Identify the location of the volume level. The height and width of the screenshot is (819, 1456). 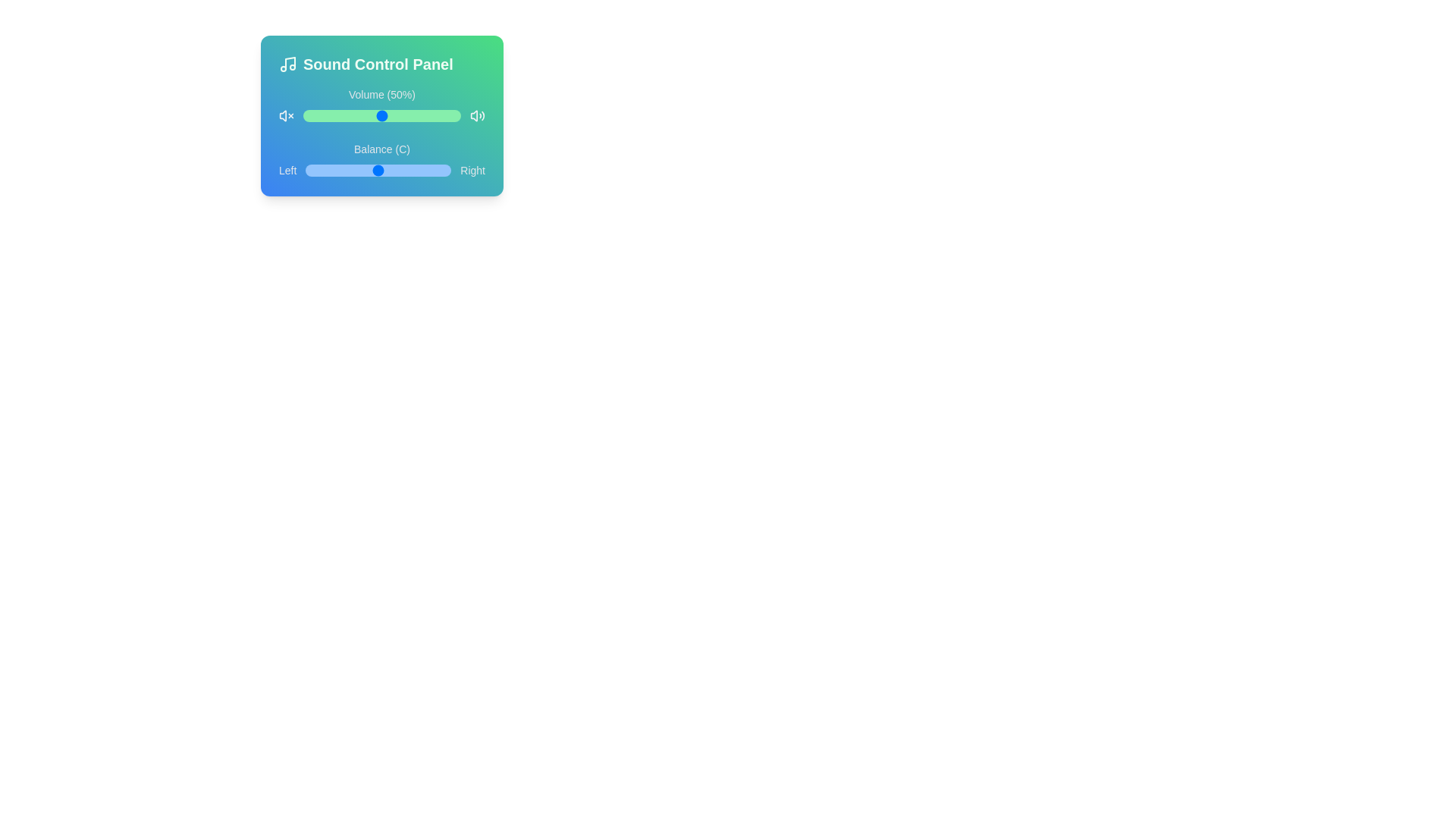
(356, 115).